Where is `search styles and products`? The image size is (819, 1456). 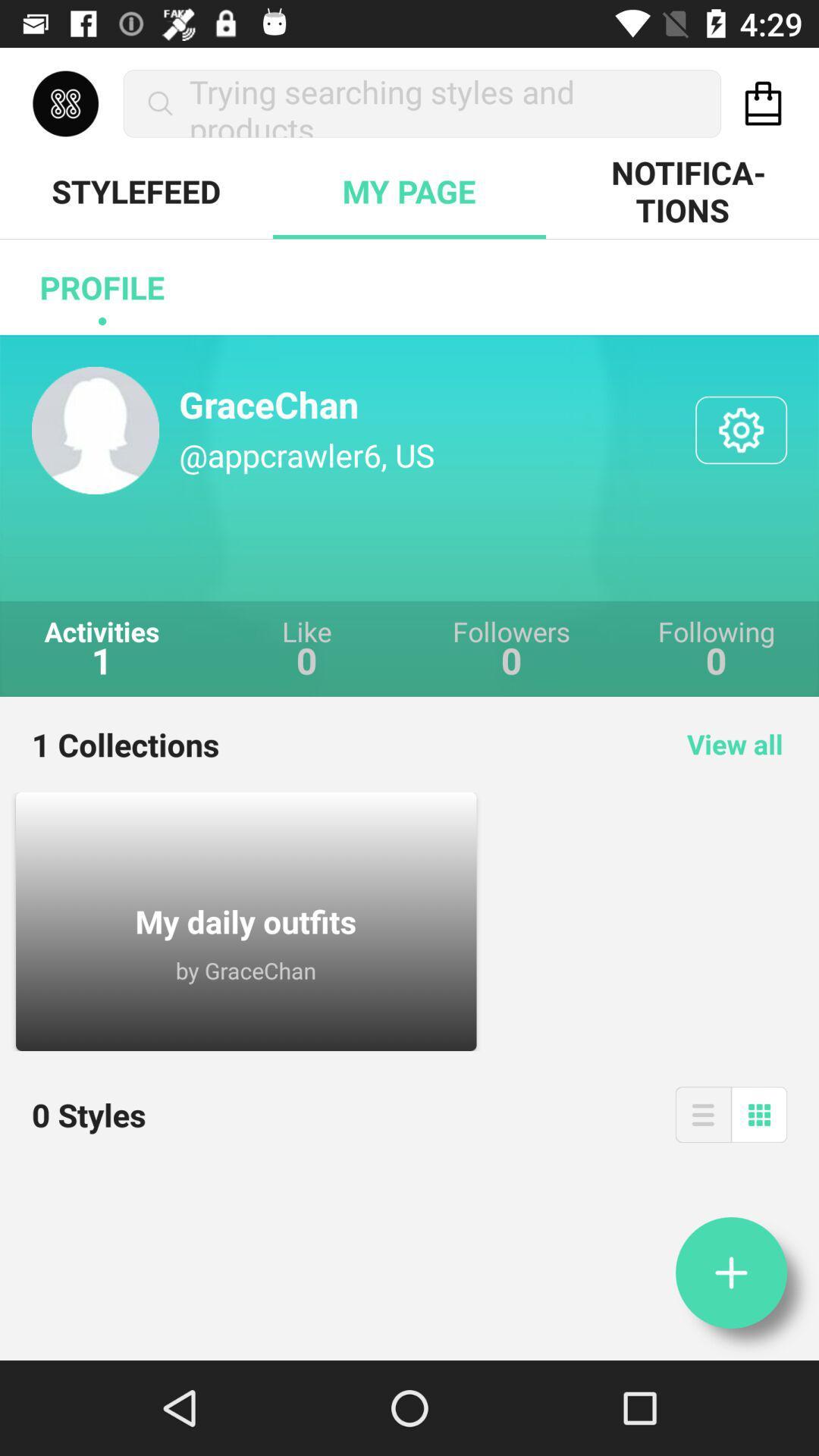
search styles and products is located at coordinates (763, 102).